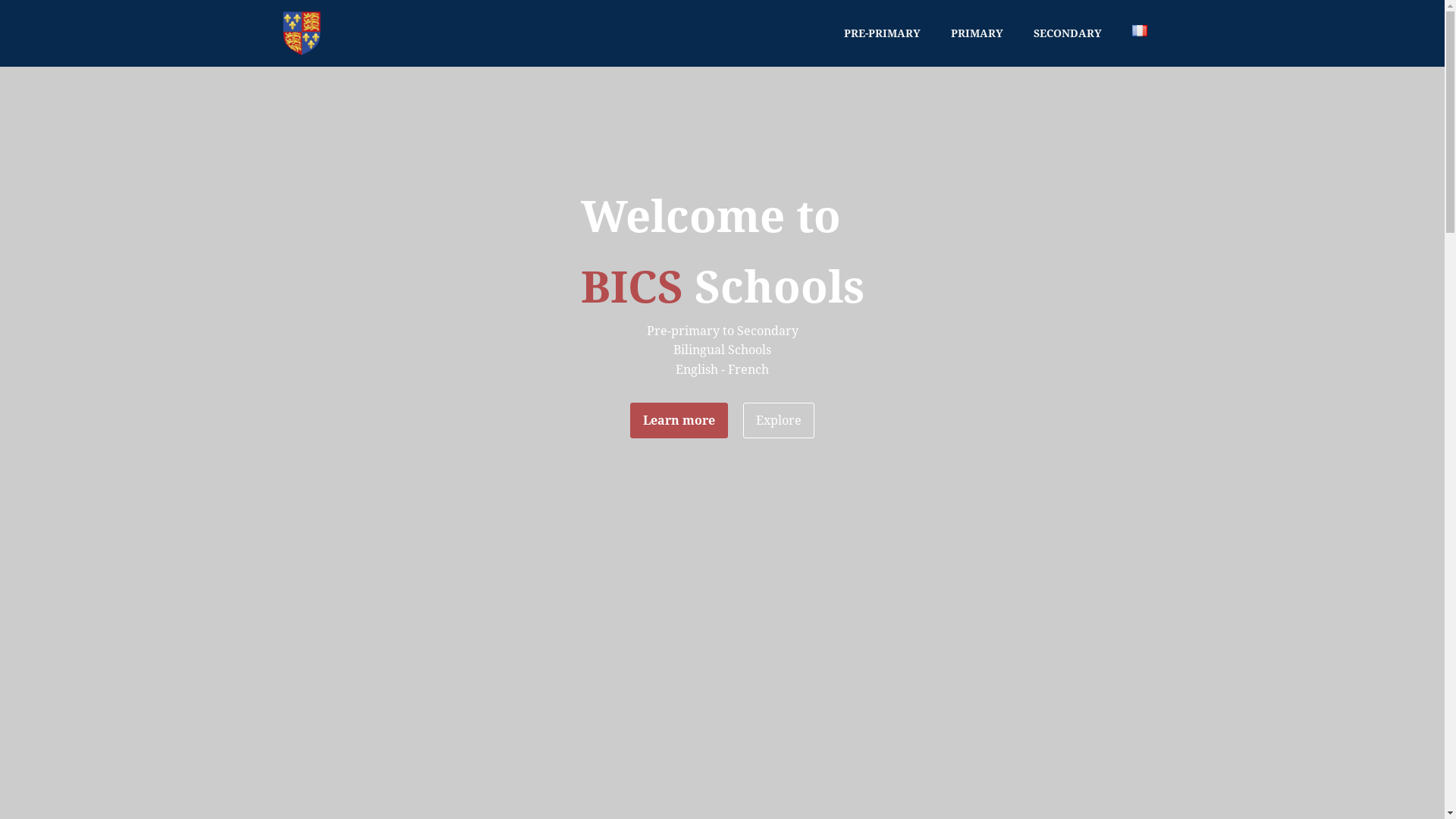  Describe the element at coordinates (1018, 33) in the screenshot. I see `'SECONDARY'` at that location.